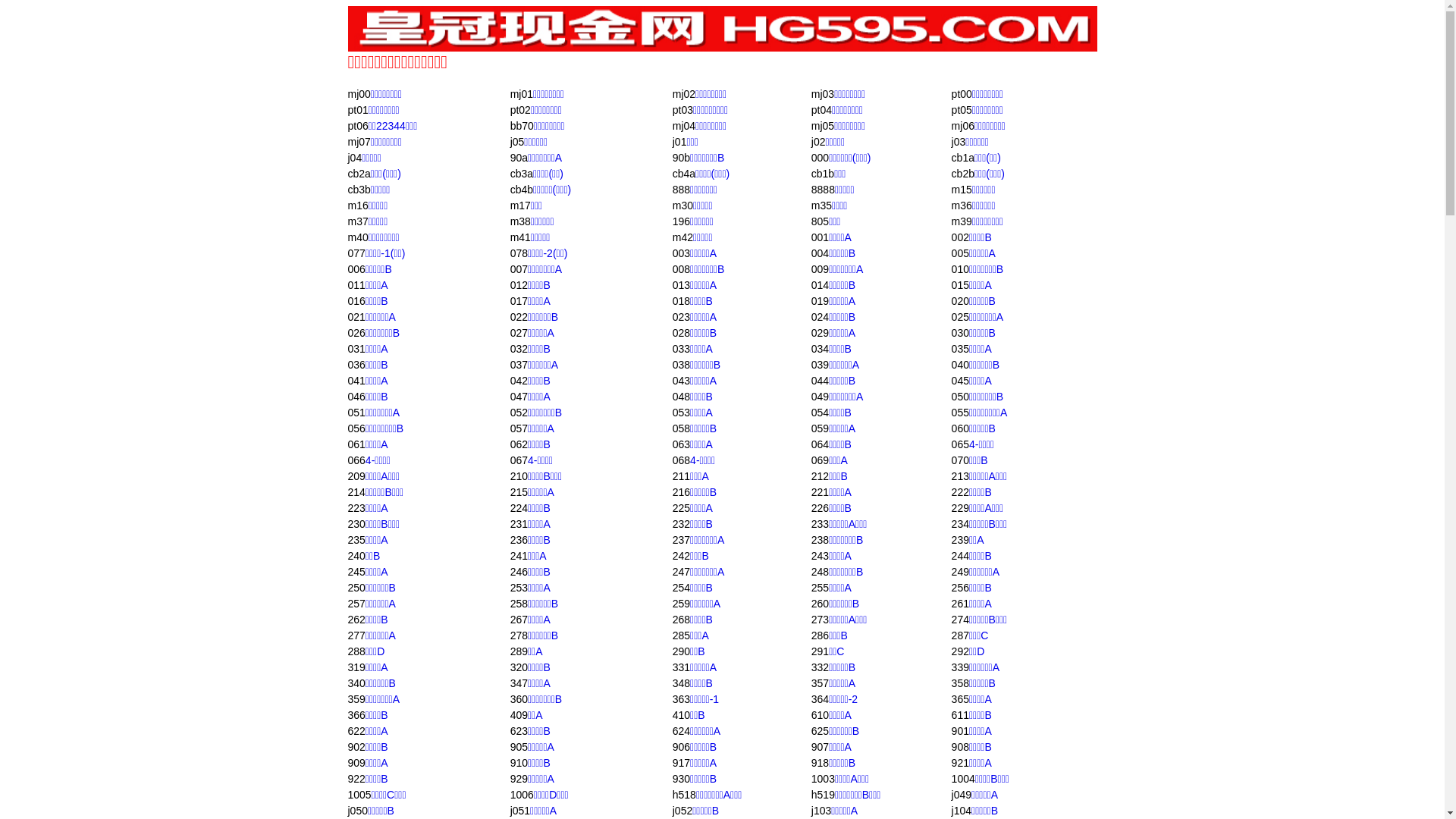 Image resolution: width=1456 pixels, height=819 pixels. What do you see at coordinates (510, 332) in the screenshot?
I see `'027'` at bounding box center [510, 332].